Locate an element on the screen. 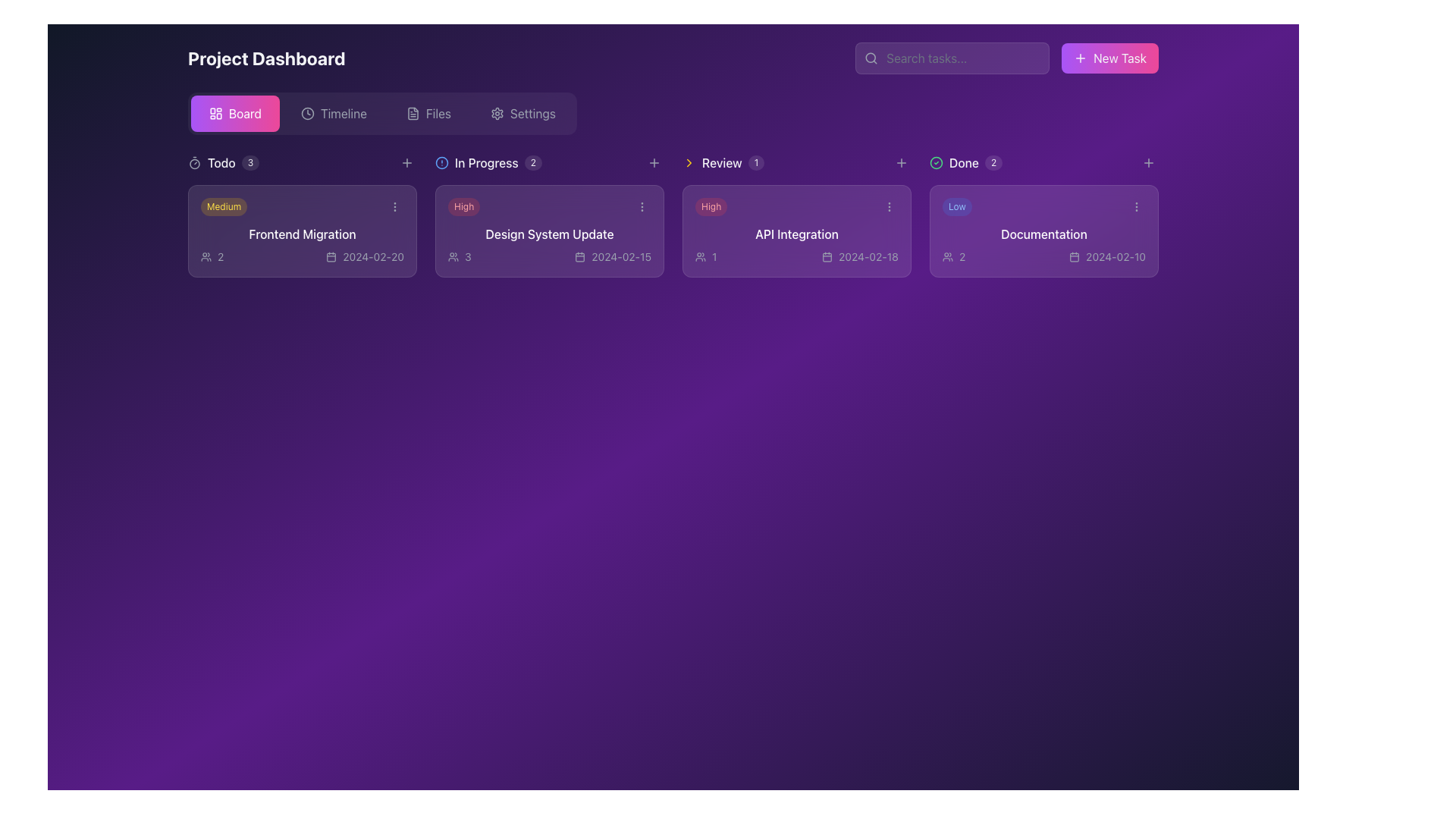 The height and width of the screenshot is (819, 1456). the interactive menu trigger button located in the upper-right corner of the 'Documentation' card in the 'Done' column is located at coordinates (1136, 207).